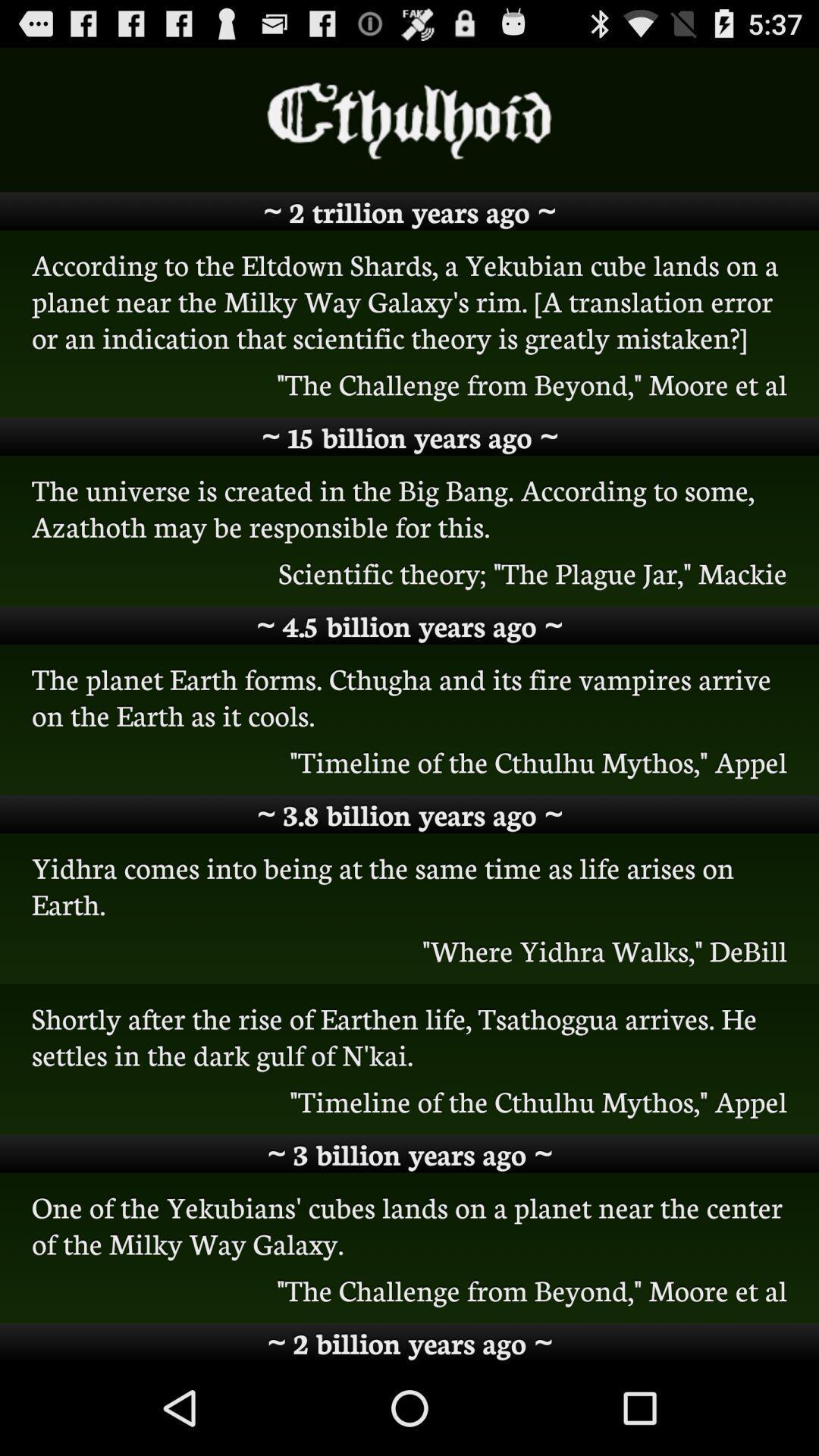 The image size is (819, 1456). What do you see at coordinates (409, 626) in the screenshot?
I see `item below the scientific theory the item` at bounding box center [409, 626].